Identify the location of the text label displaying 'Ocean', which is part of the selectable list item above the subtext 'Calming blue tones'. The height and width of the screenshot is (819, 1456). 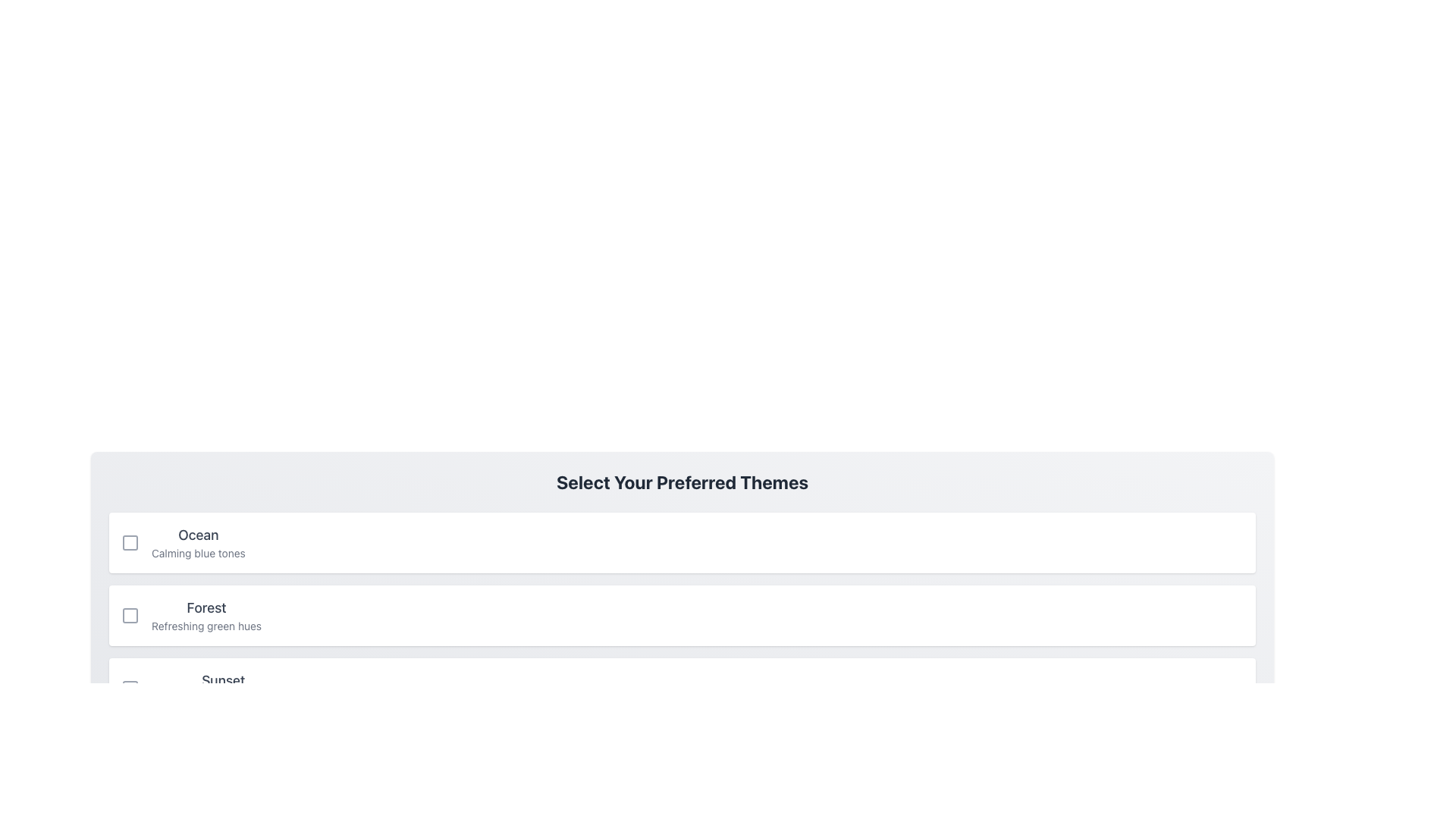
(197, 534).